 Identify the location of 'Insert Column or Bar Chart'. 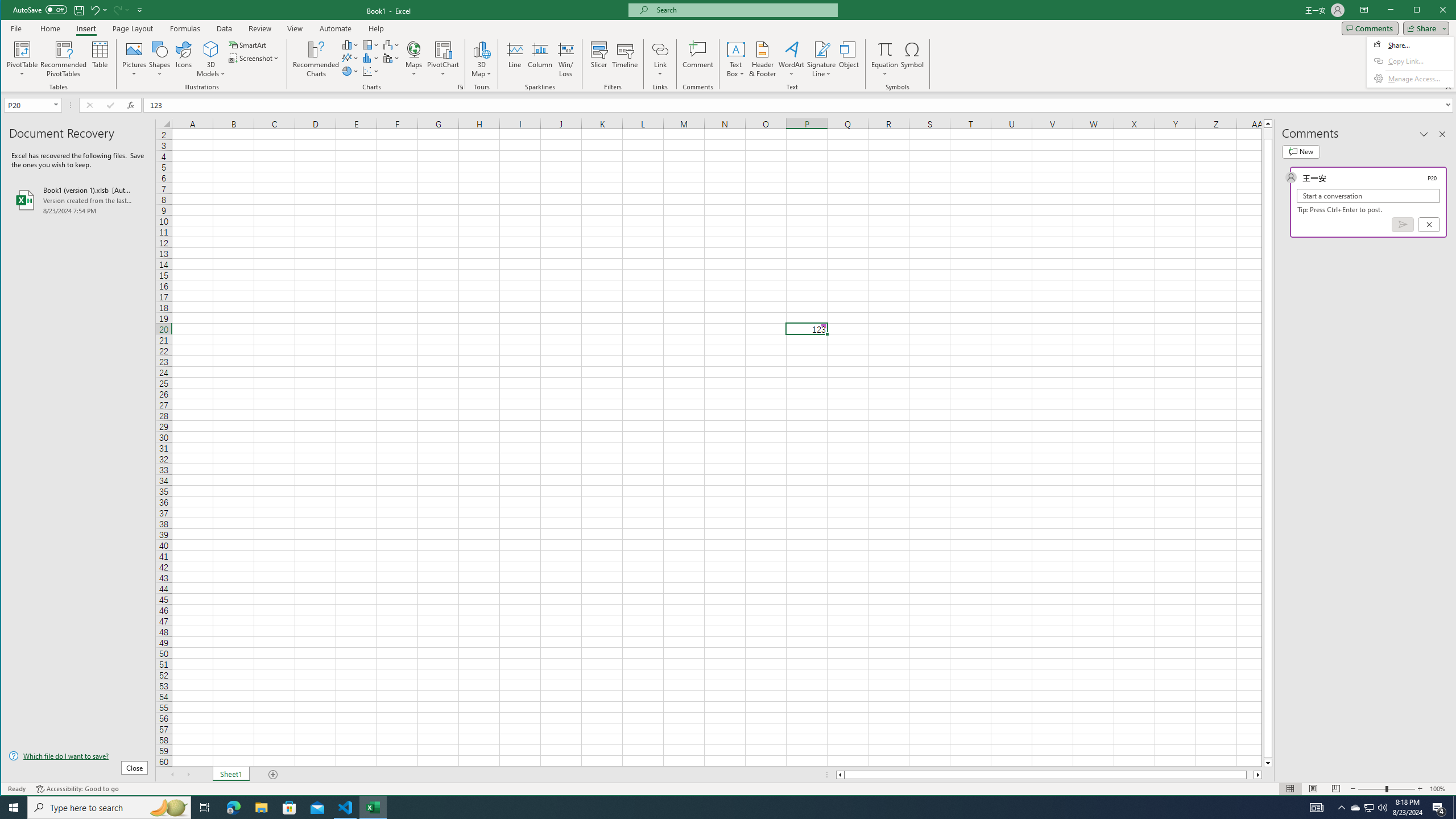
(350, 44).